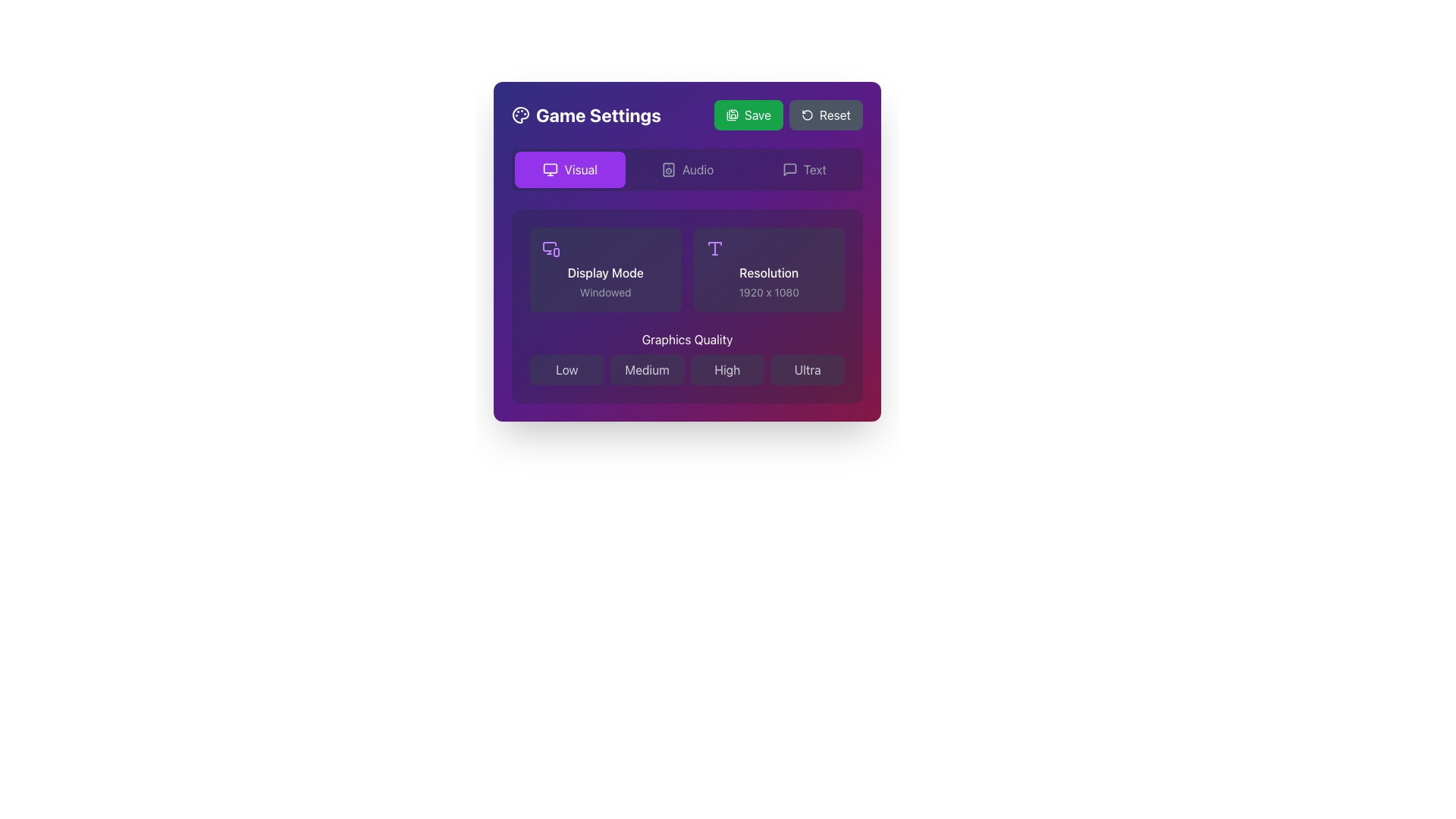 The image size is (1456, 819). I want to click on the rectangular button labeled 'Text' with a speech bubble icon on its left, located at the top-right of the main settings panel, so click(803, 169).